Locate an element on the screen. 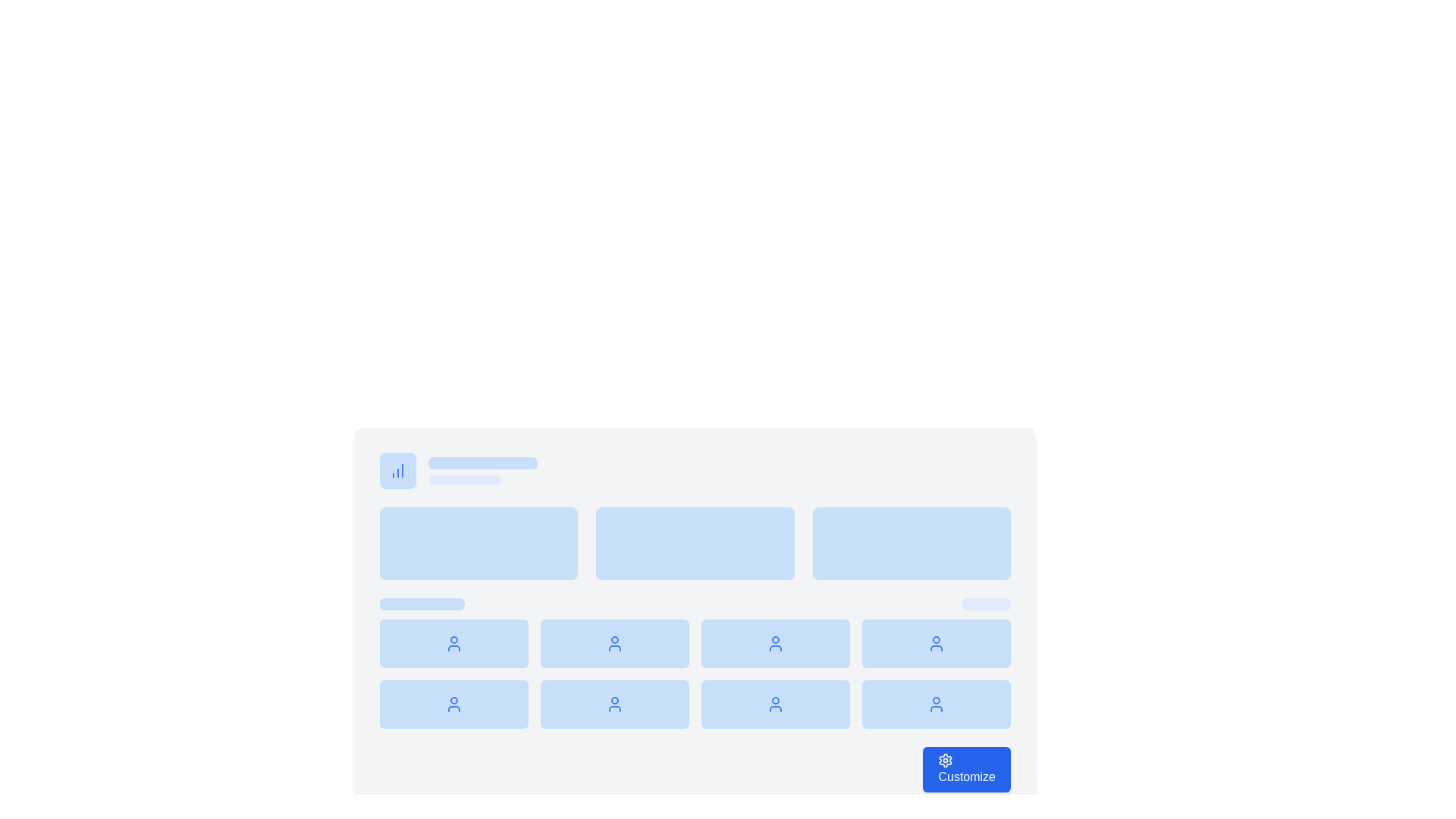  the user profile card-like UI element located in the bottom-right of a 4x4 grid layout, specifically the last element in the second row is located at coordinates (935, 704).